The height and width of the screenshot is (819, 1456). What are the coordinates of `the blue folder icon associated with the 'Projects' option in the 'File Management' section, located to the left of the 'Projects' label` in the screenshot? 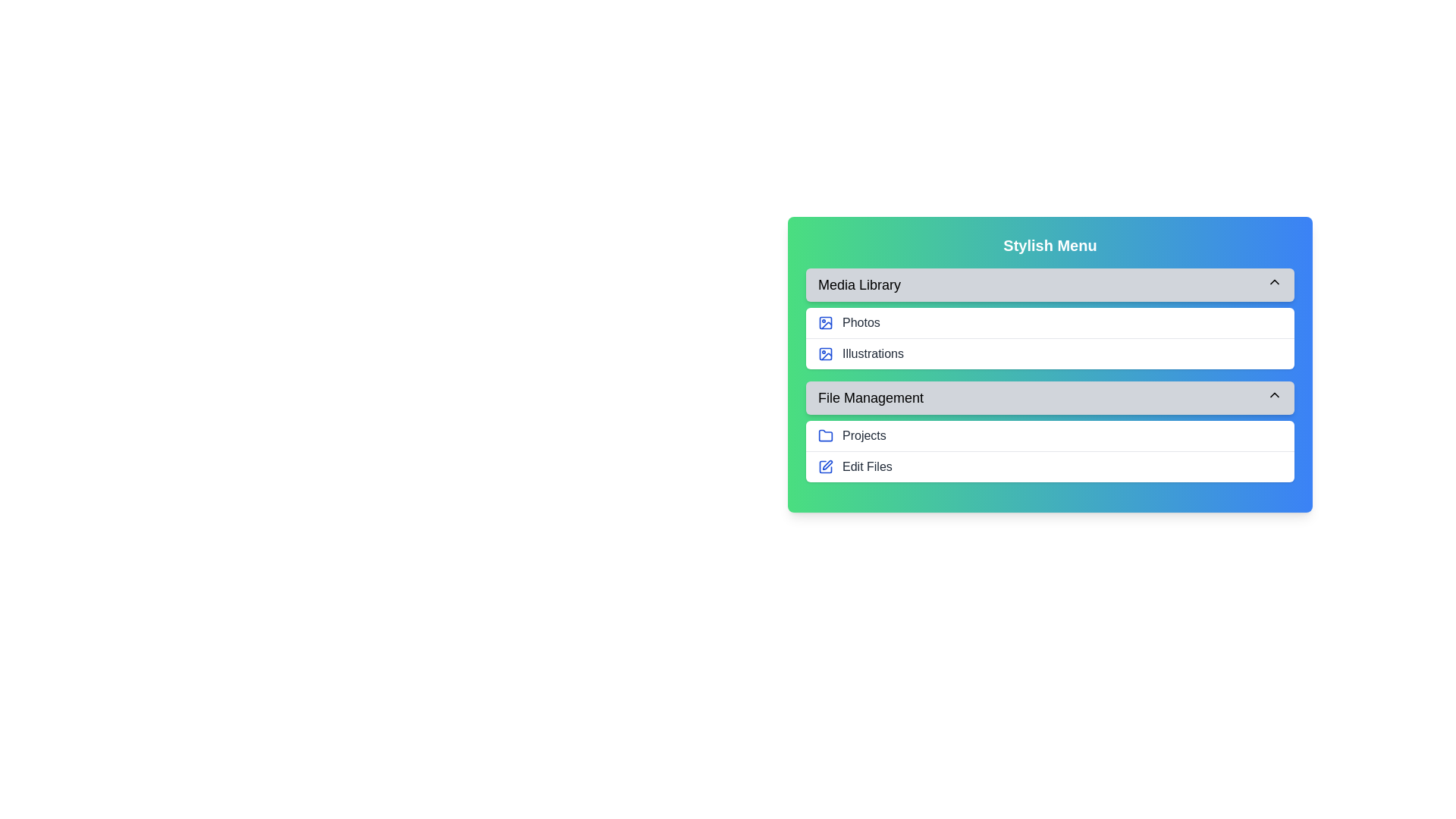 It's located at (825, 435).